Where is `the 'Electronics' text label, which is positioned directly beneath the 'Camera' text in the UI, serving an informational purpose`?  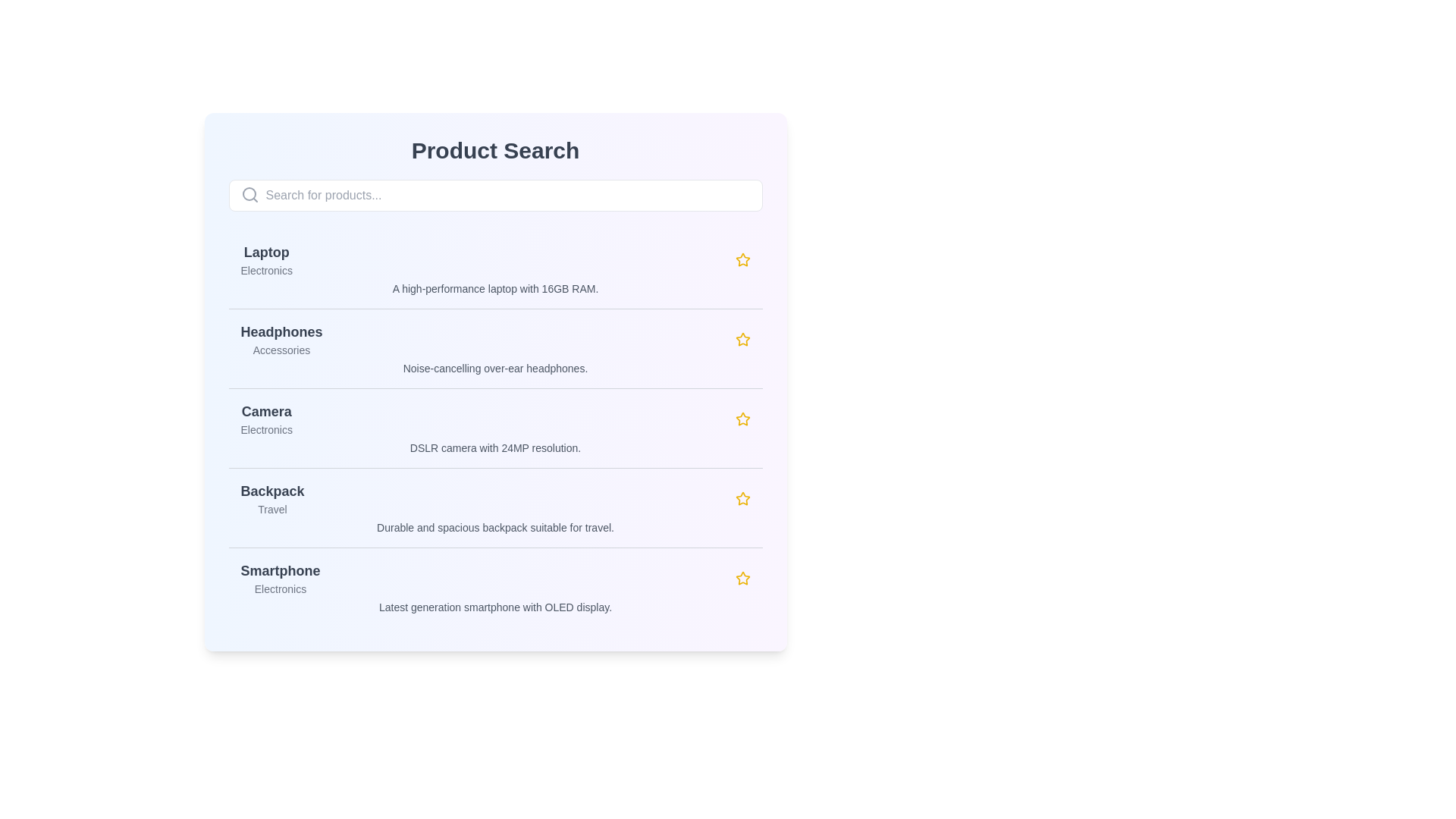 the 'Electronics' text label, which is positioned directly beneath the 'Camera' text in the UI, serving an informational purpose is located at coordinates (266, 430).